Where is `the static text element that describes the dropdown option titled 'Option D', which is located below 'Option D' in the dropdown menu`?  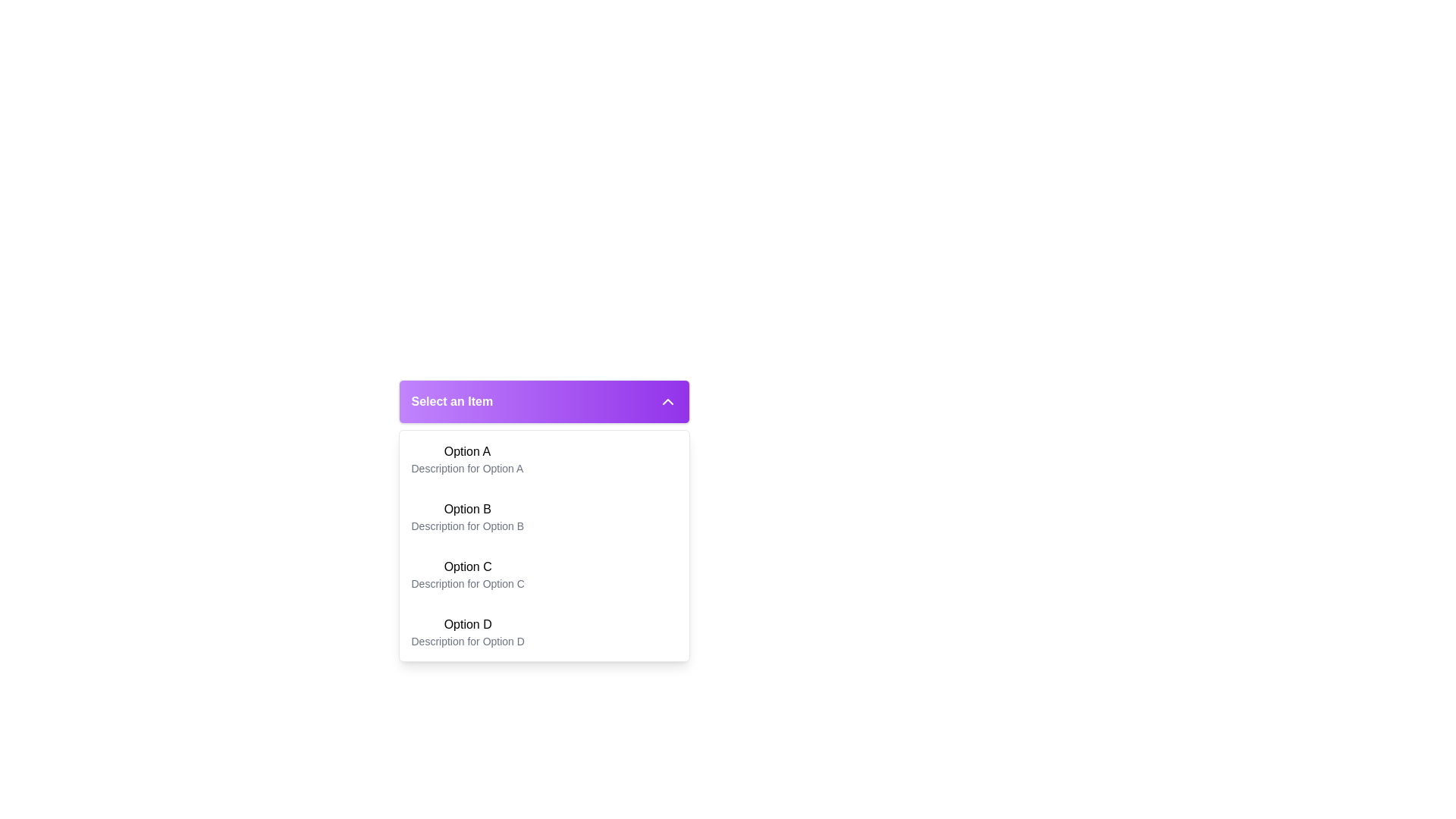
the static text element that describes the dropdown option titled 'Option D', which is located below 'Option D' in the dropdown menu is located at coordinates (467, 641).